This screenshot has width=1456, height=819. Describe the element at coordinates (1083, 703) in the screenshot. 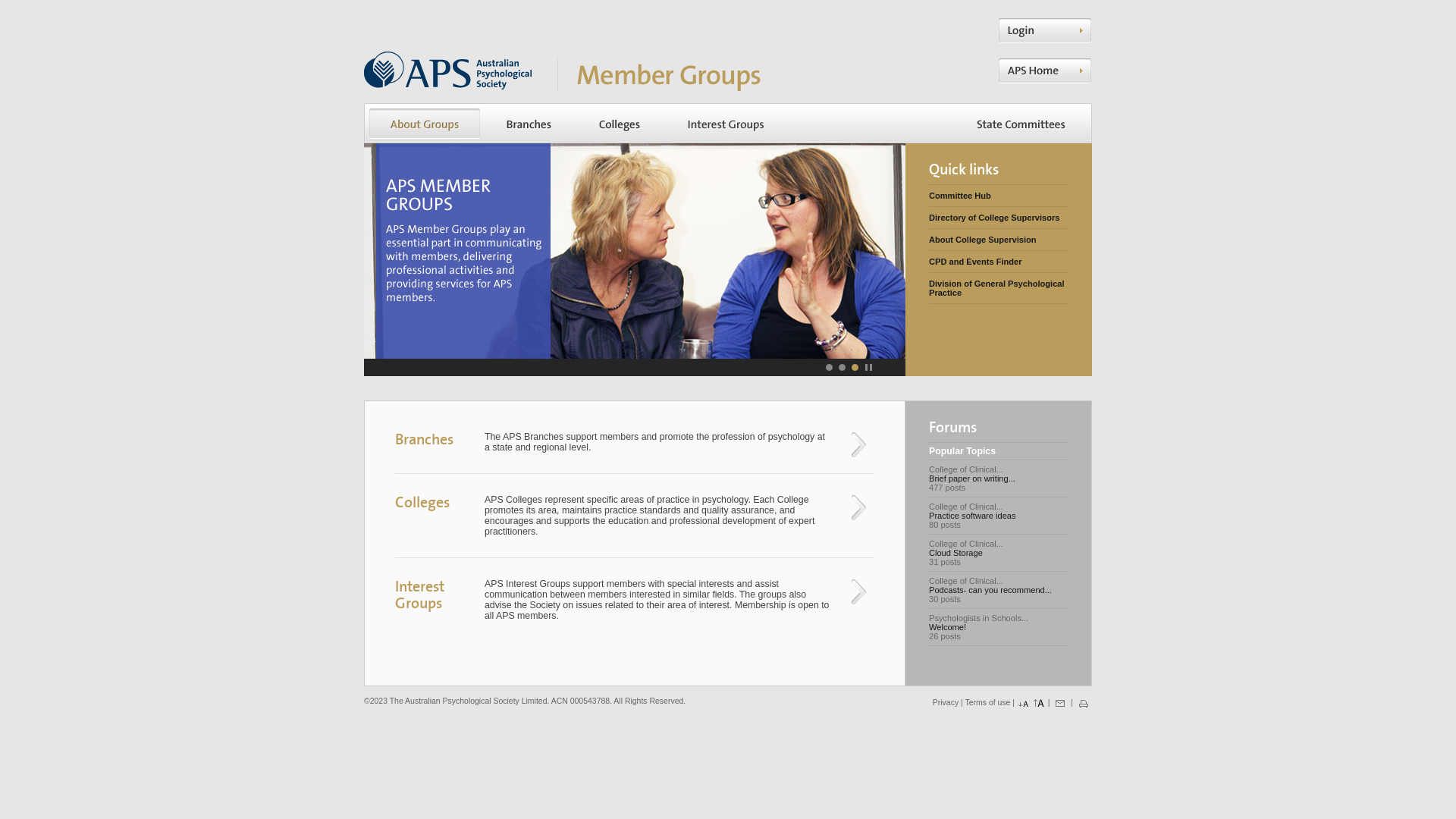

I see `'Print this page'` at that location.